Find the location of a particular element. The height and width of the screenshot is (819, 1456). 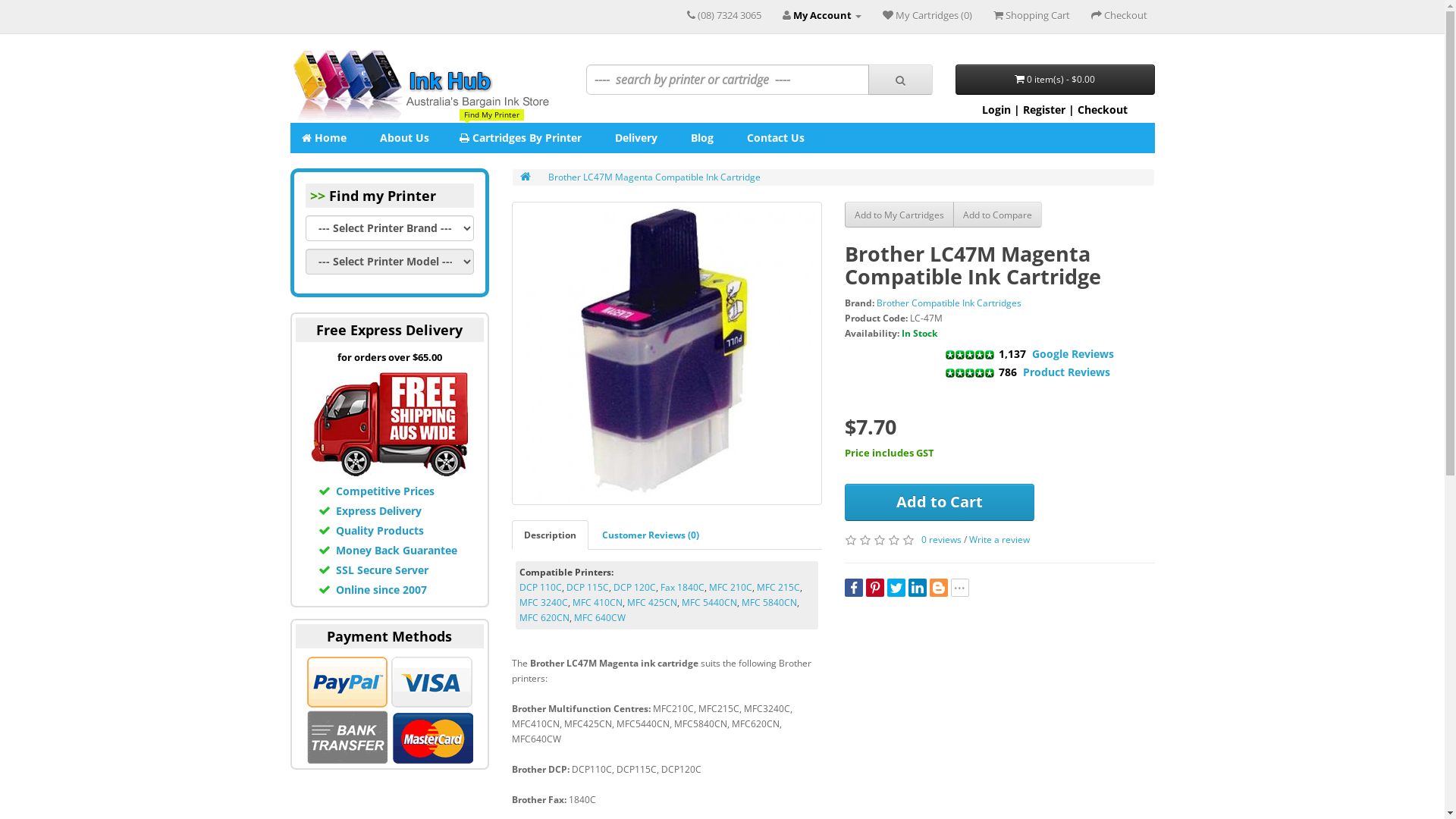

'Login' is located at coordinates (982, 108).